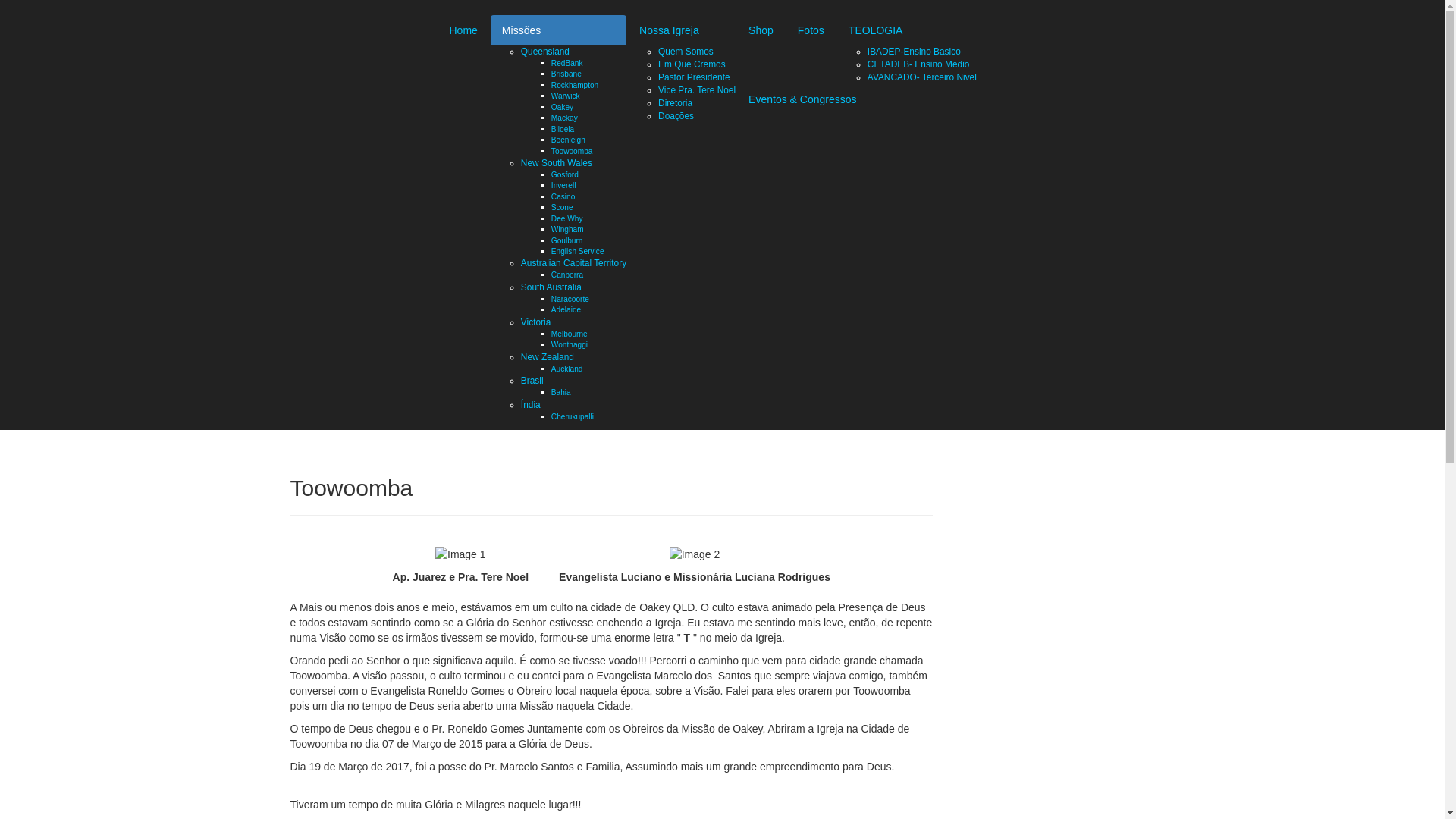 The width and height of the screenshot is (1456, 819). What do you see at coordinates (568, 344) in the screenshot?
I see `'Wonthaggi'` at bounding box center [568, 344].